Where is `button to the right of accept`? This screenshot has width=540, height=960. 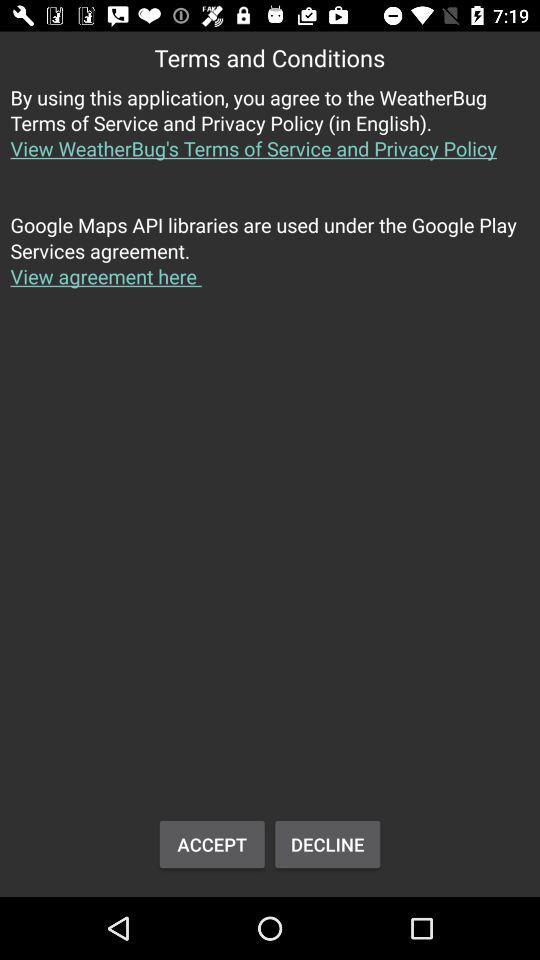
button to the right of accept is located at coordinates (327, 843).